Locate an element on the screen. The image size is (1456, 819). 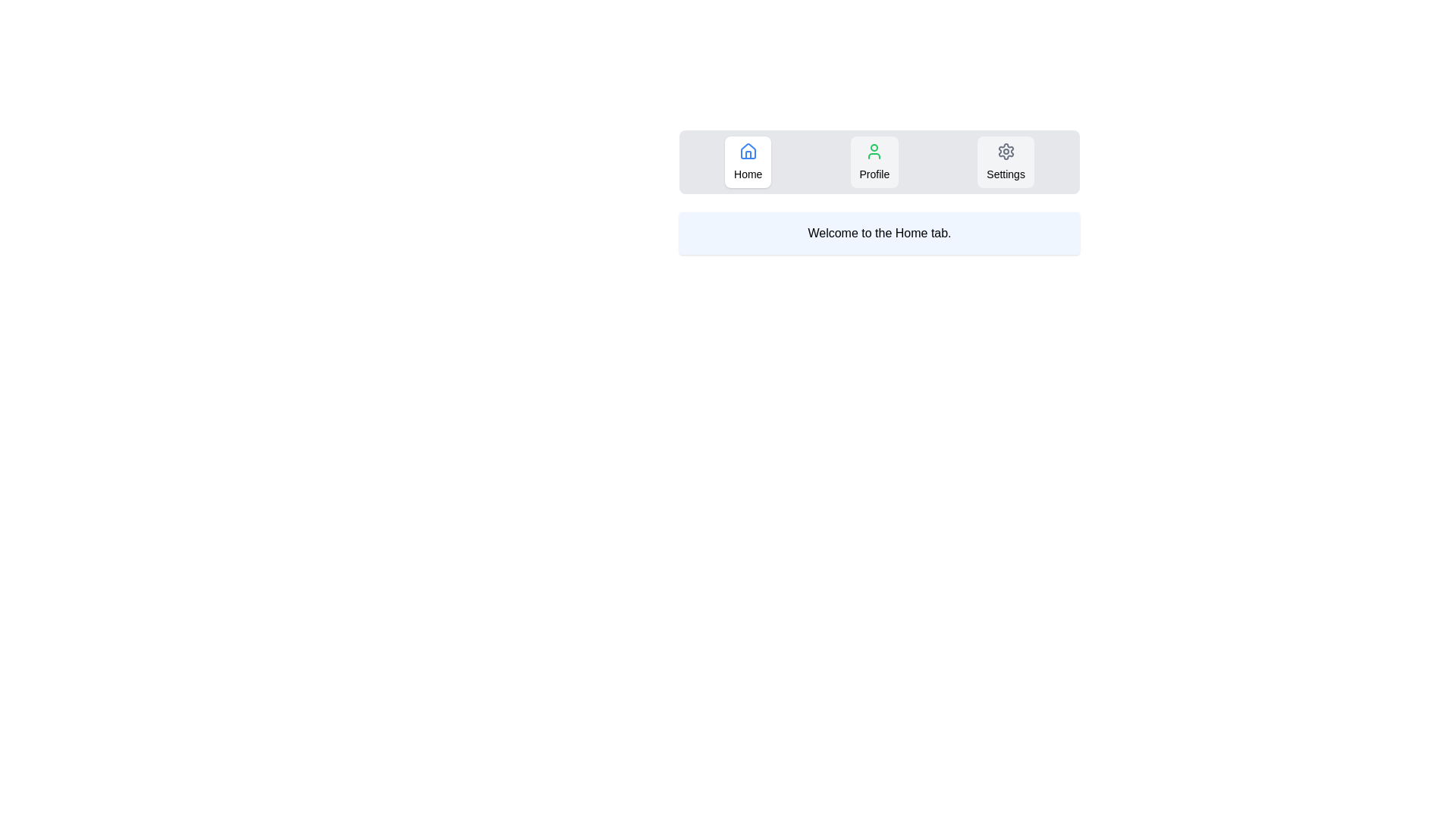
the Home tab by clicking on its button is located at coordinates (748, 162).